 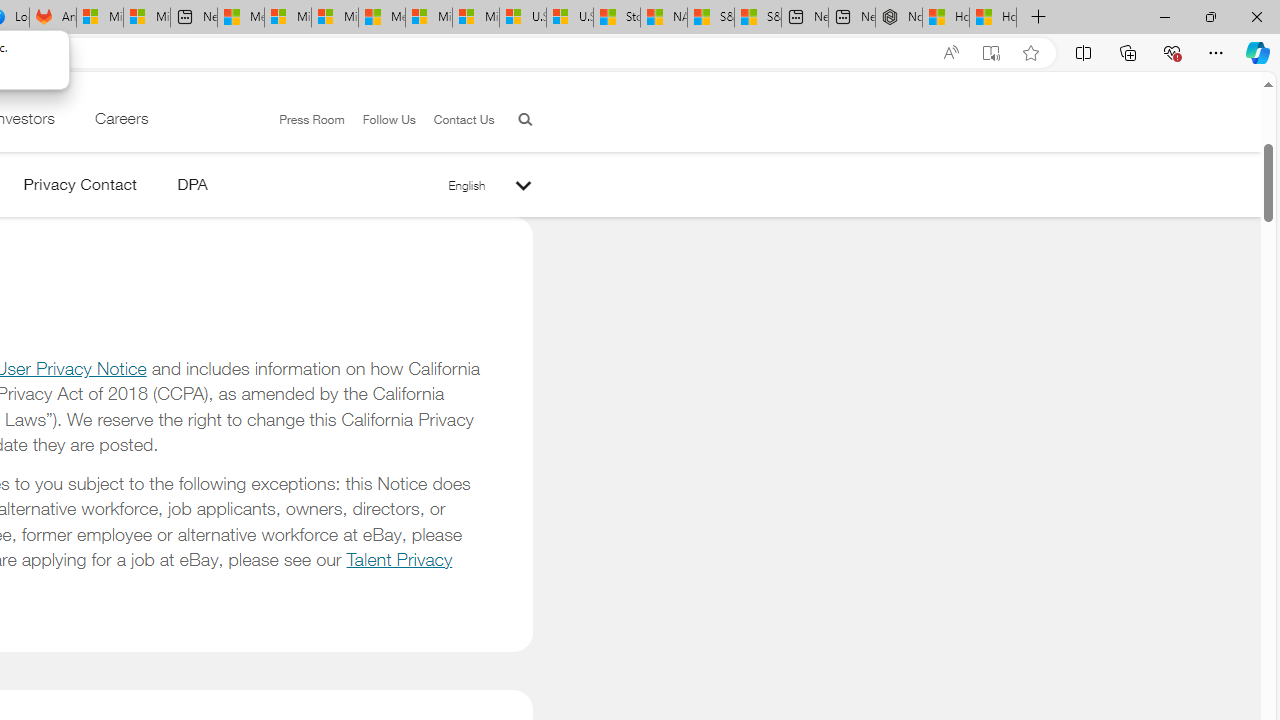 What do you see at coordinates (80, 188) in the screenshot?
I see `'Privacy Contact'` at bounding box center [80, 188].